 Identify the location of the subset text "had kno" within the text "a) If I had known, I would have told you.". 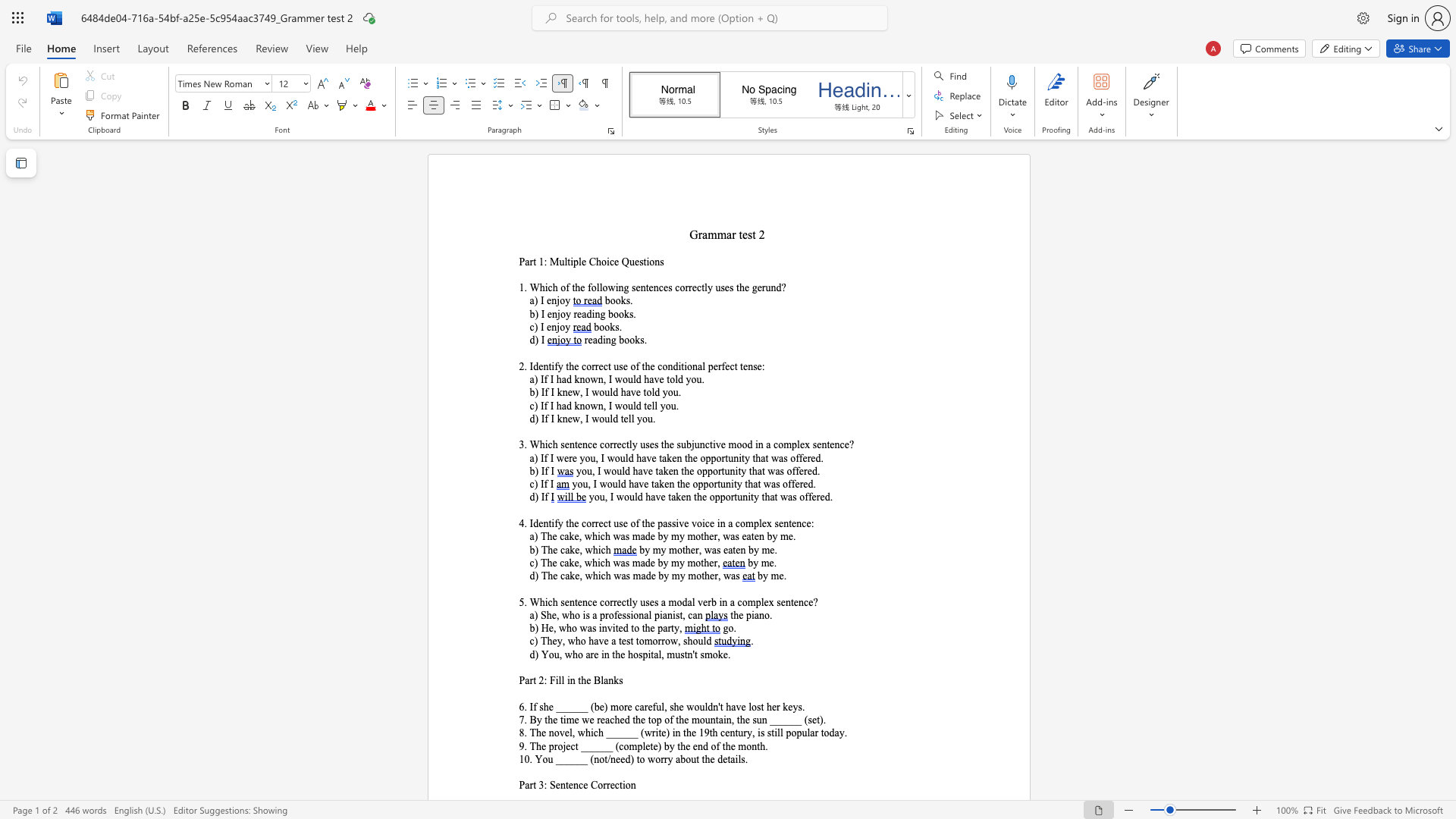
(555, 378).